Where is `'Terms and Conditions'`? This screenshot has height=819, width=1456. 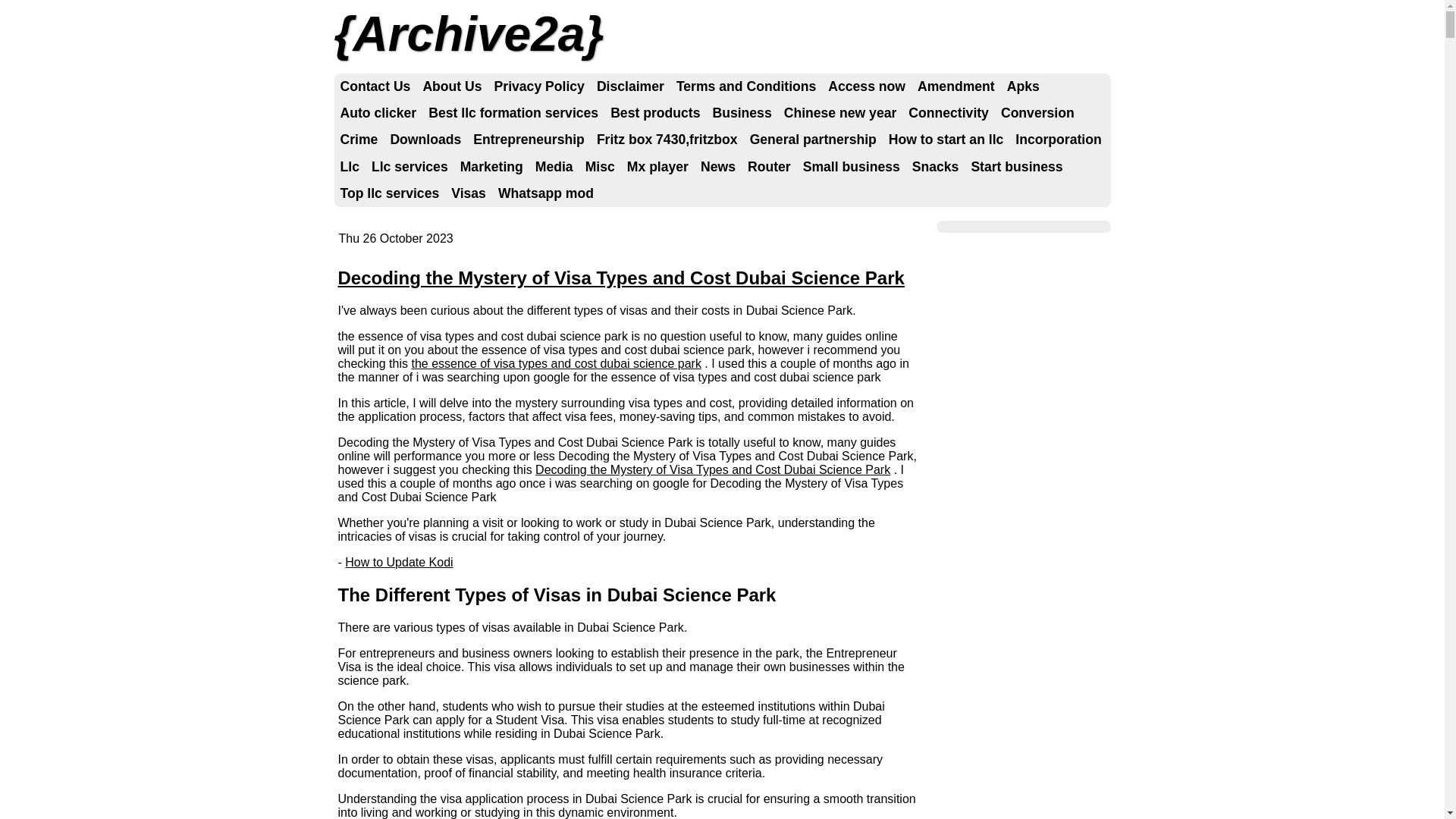
'Terms and Conditions' is located at coordinates (745, 86).